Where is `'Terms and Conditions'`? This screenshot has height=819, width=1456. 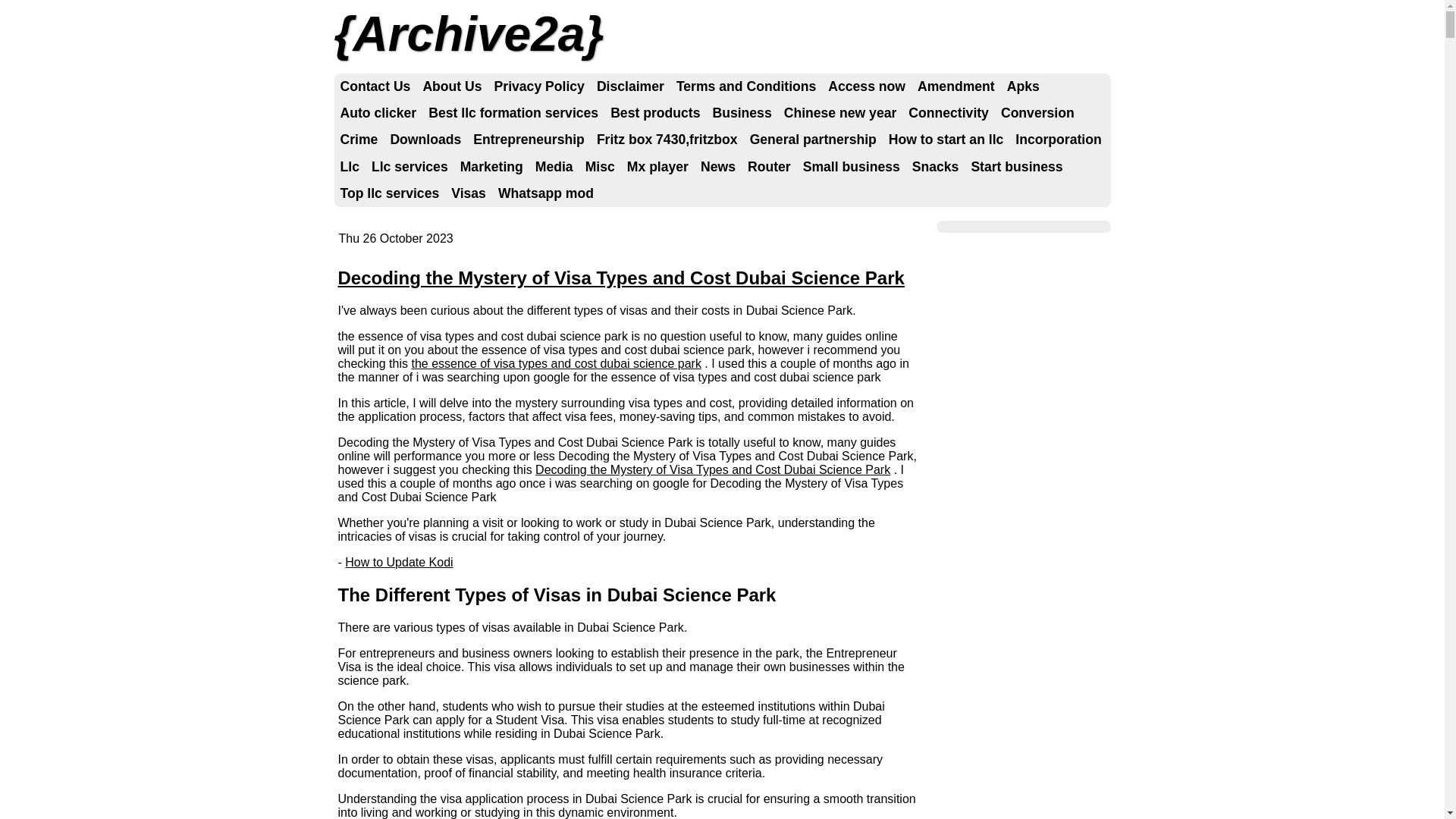
'Terms and Conditions' is located at coordinates (745, 86).